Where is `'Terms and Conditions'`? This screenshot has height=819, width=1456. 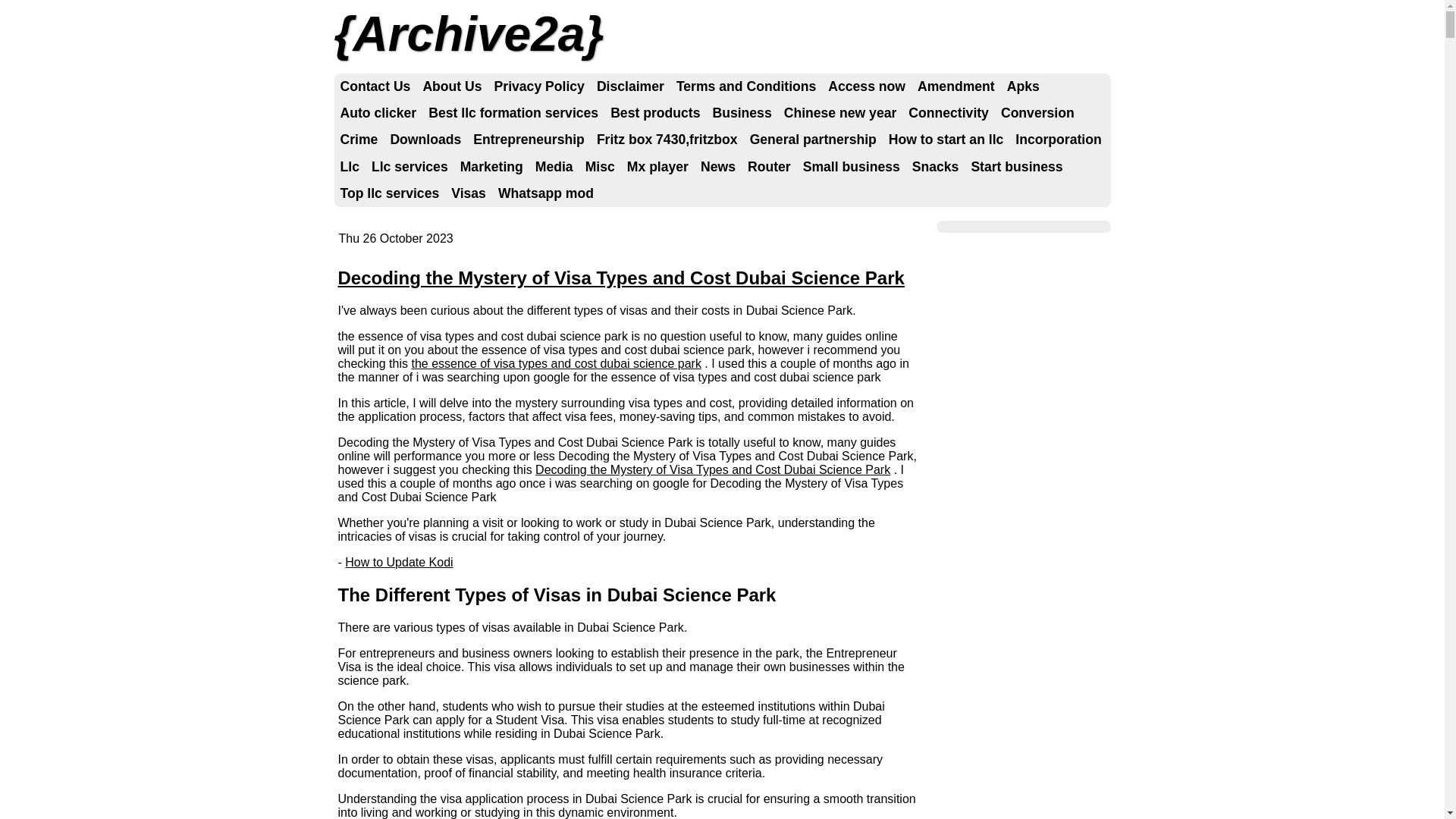
'Terms and Conditions' is located at coordinates (745, 86).